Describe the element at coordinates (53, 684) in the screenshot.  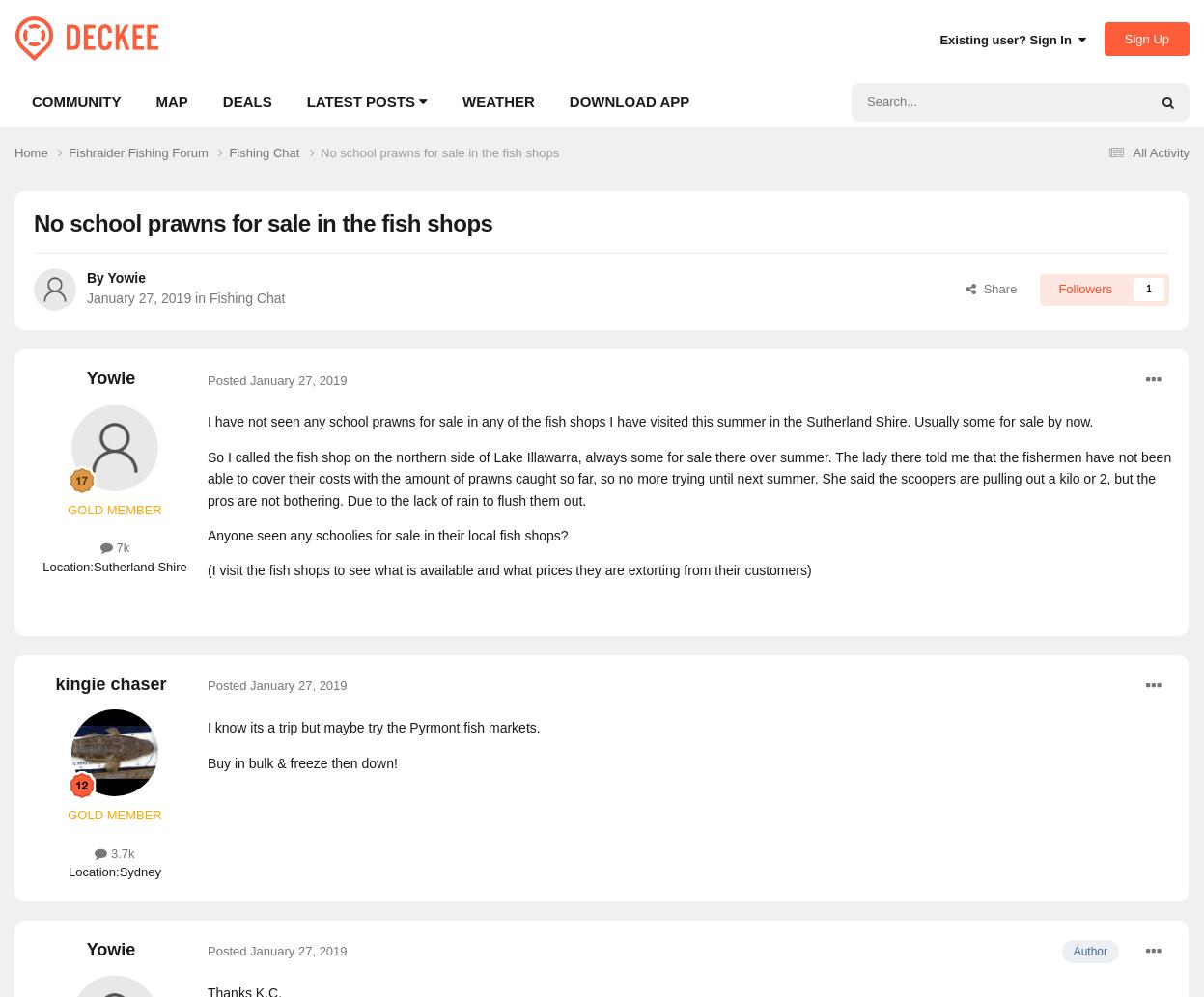
I see `'kingie chaser'` at that location.